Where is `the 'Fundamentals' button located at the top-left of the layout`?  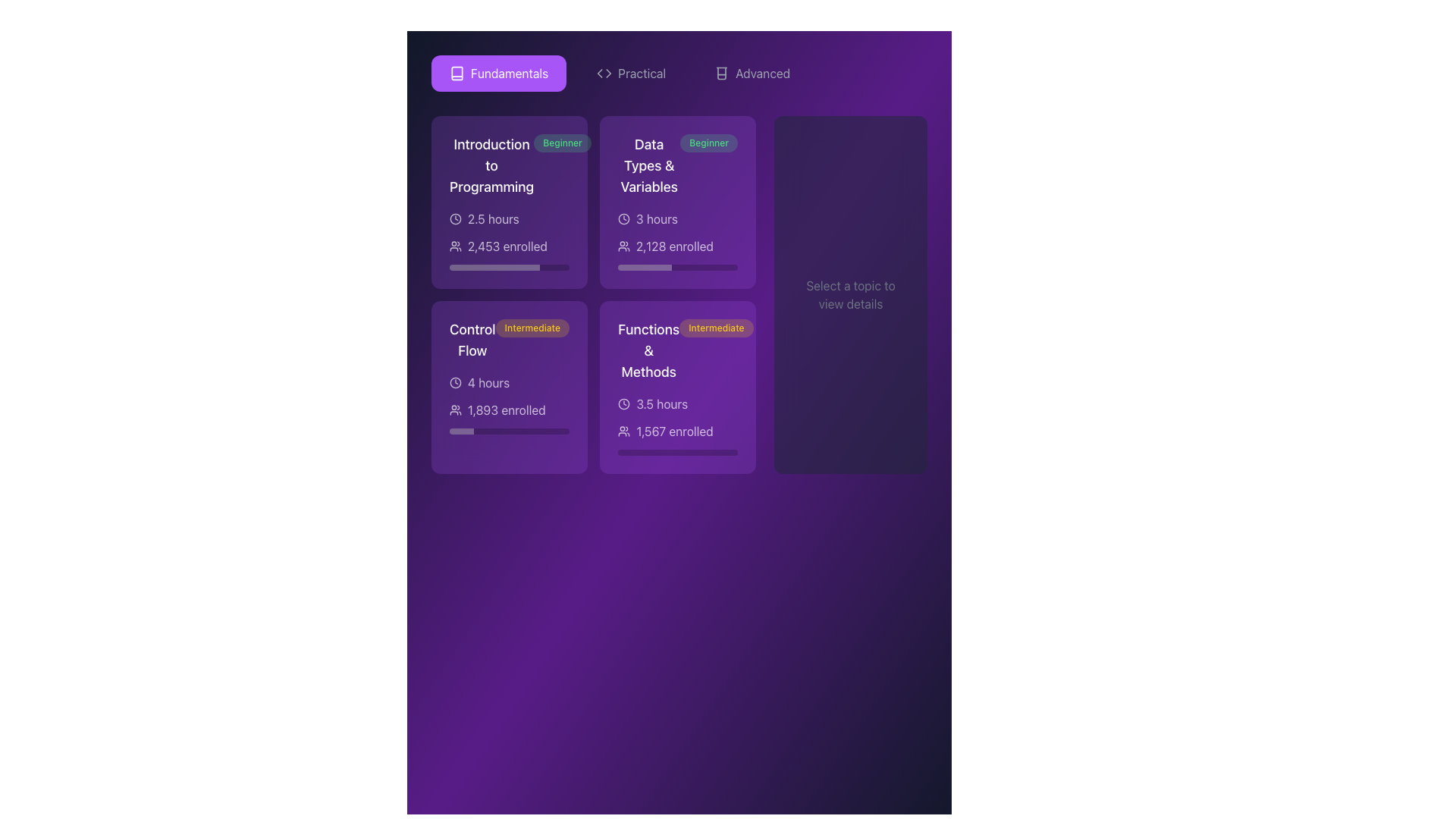 the 'Fundamentals' button located at the top-left of the layout is located at coordinates (498, 73).